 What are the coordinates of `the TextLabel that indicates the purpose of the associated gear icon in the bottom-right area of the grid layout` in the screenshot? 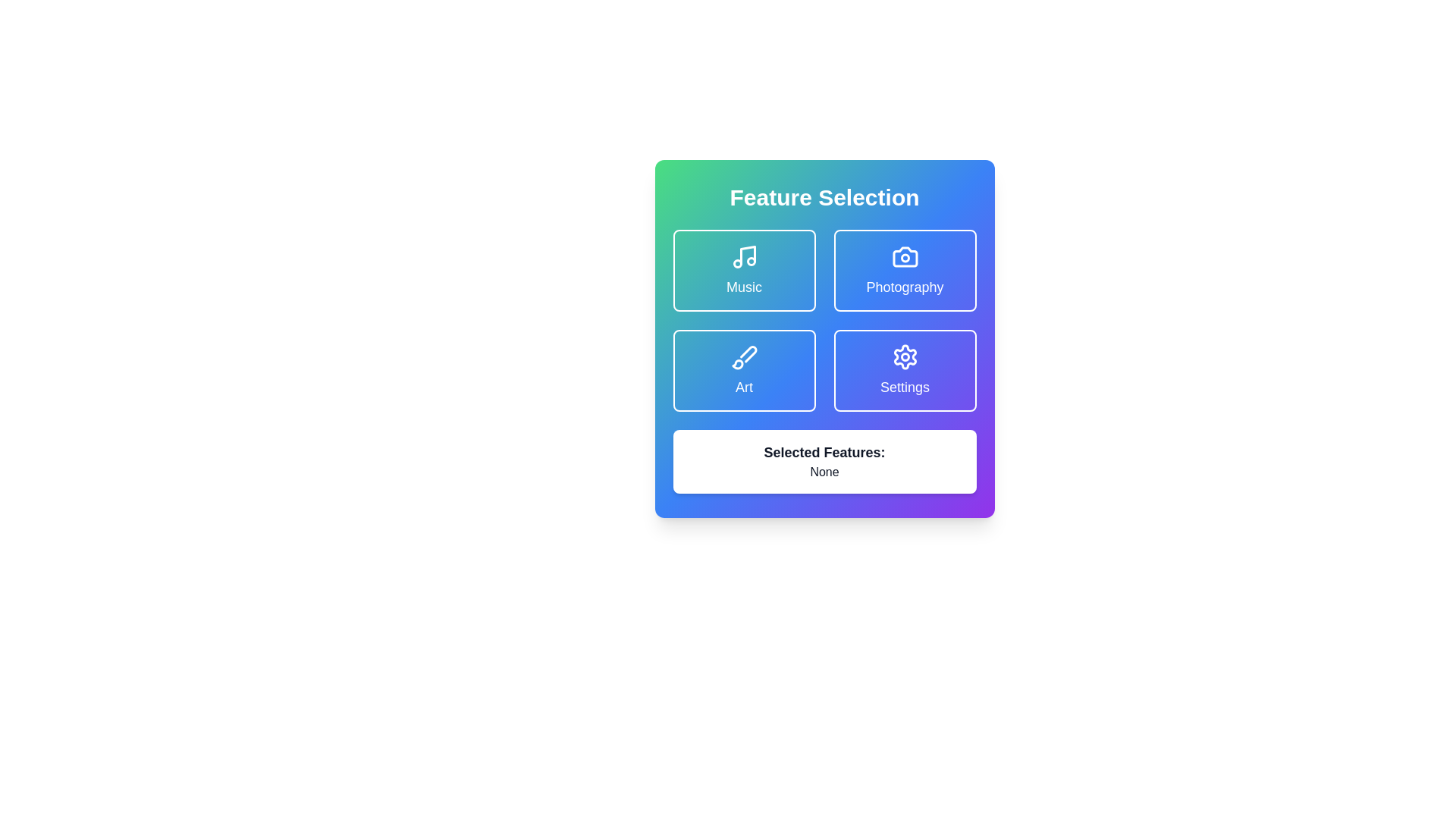 It's located at (905, 386).